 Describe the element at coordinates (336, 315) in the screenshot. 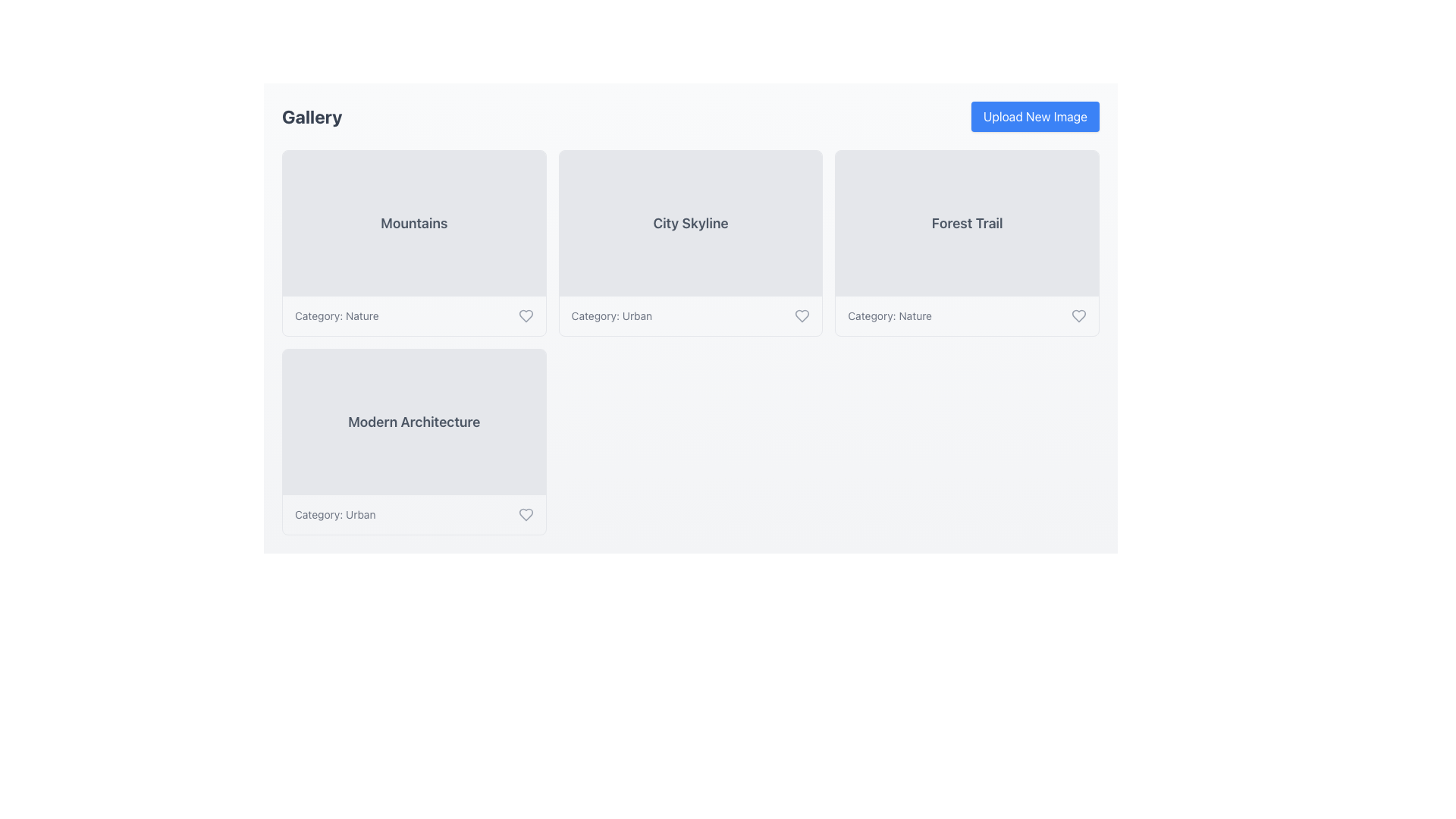

I see `the static text label that reads 'Category: Nature', which is displayed in a small, gray font below the 'Mountains' card` at that location.